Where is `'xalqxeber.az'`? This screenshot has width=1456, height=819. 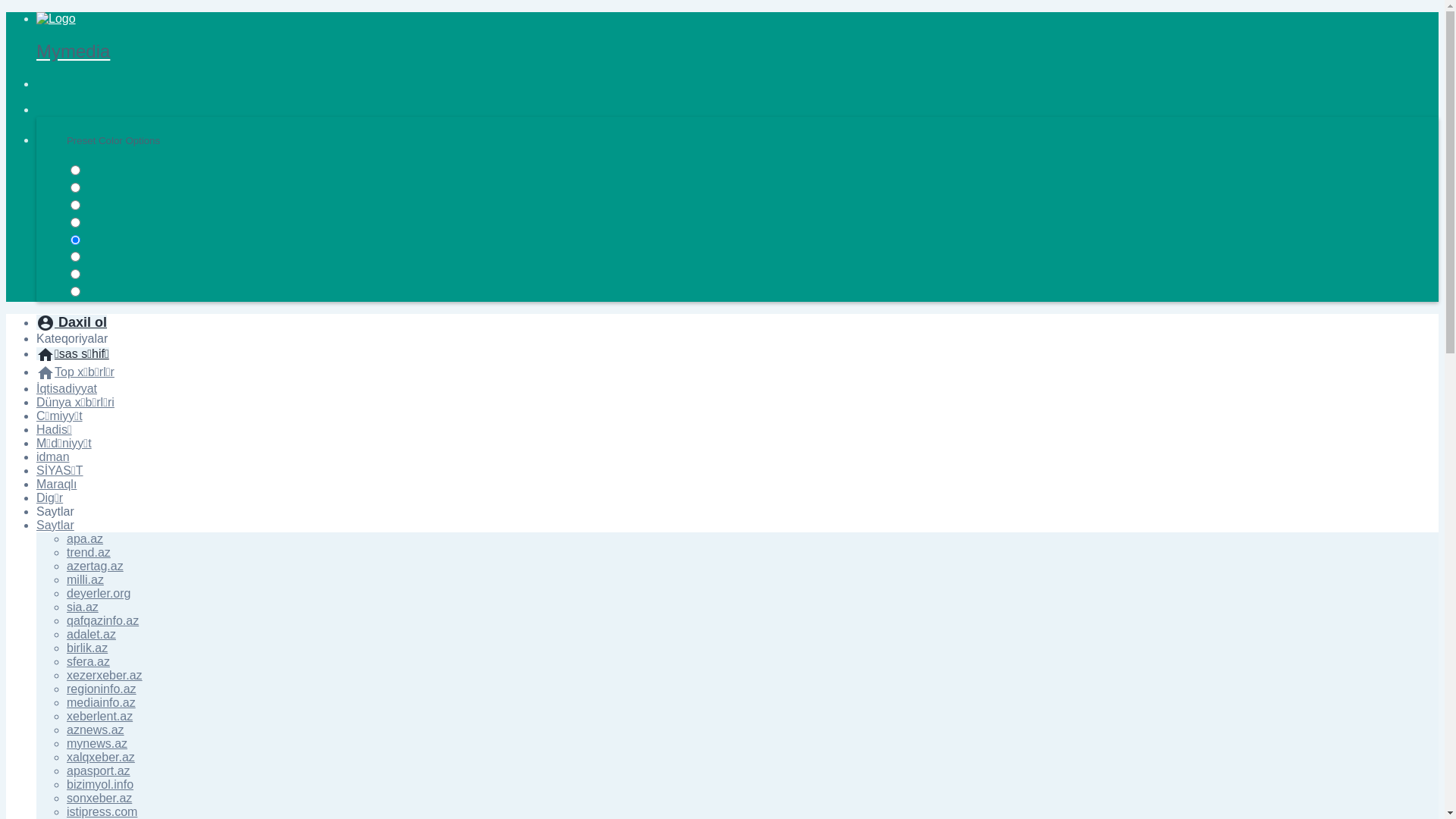 'xalqxeber.az' is located at coordinates (100, 757).